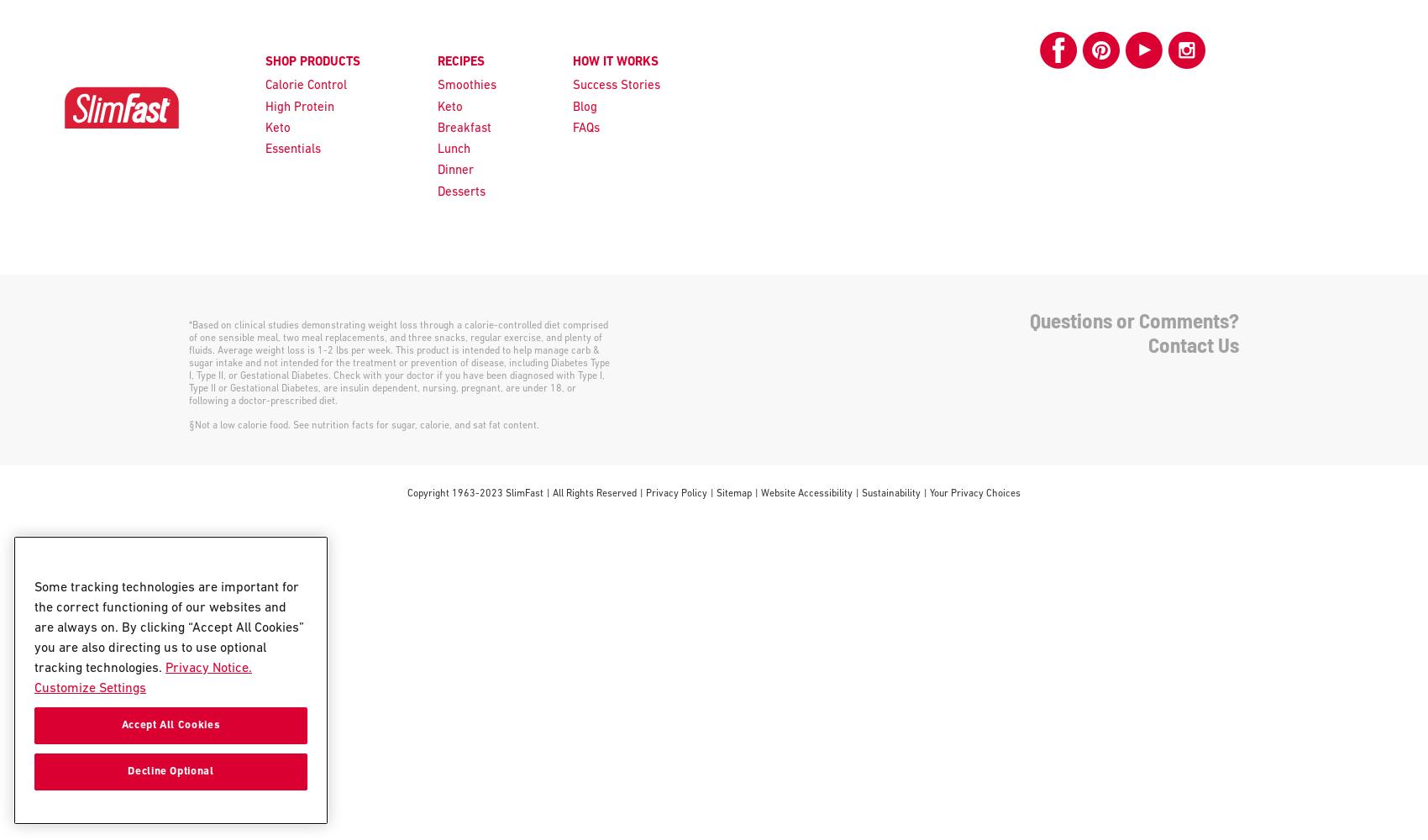  What do you see at coordinates (1193, 344) in the screenshot?
I see `'Contact Us'` at bounding box center [1193, 344].